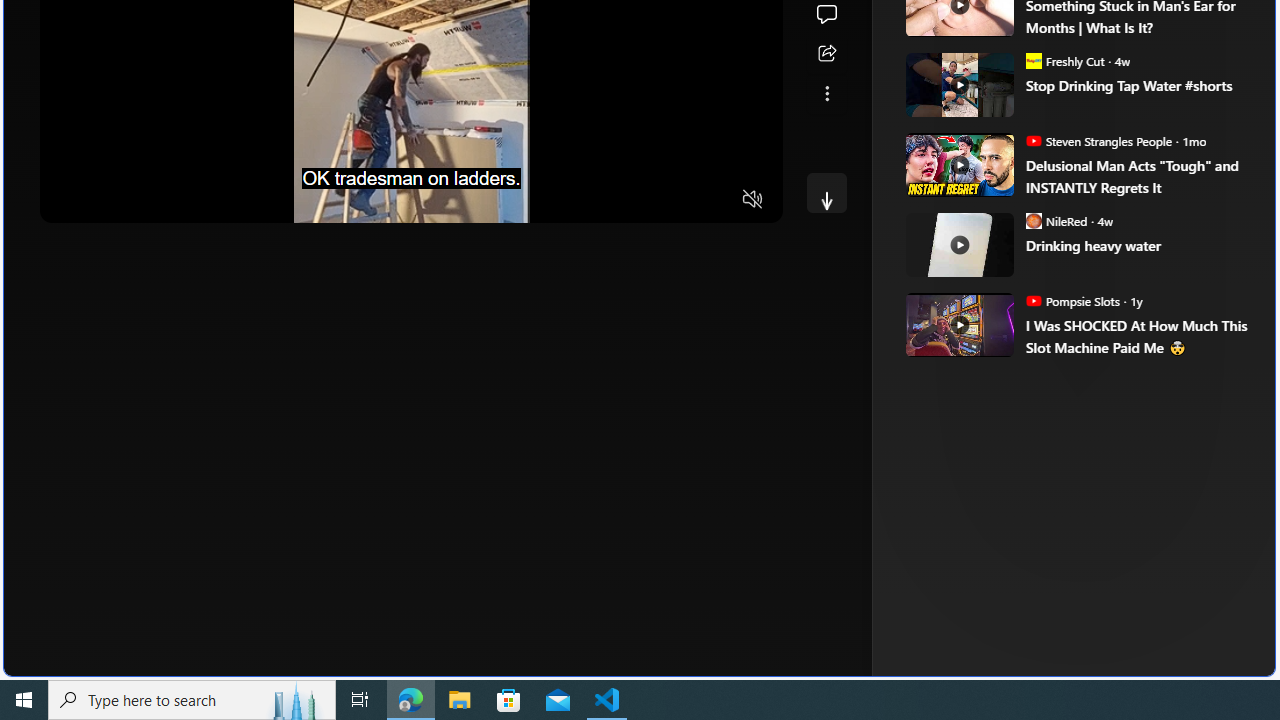 This screenshot has height=720, width=1280. Describe the element at coordinates (1136, 84) in the screenshot. I see `'Stop Drinking Tap Water #shorts'` at that location.